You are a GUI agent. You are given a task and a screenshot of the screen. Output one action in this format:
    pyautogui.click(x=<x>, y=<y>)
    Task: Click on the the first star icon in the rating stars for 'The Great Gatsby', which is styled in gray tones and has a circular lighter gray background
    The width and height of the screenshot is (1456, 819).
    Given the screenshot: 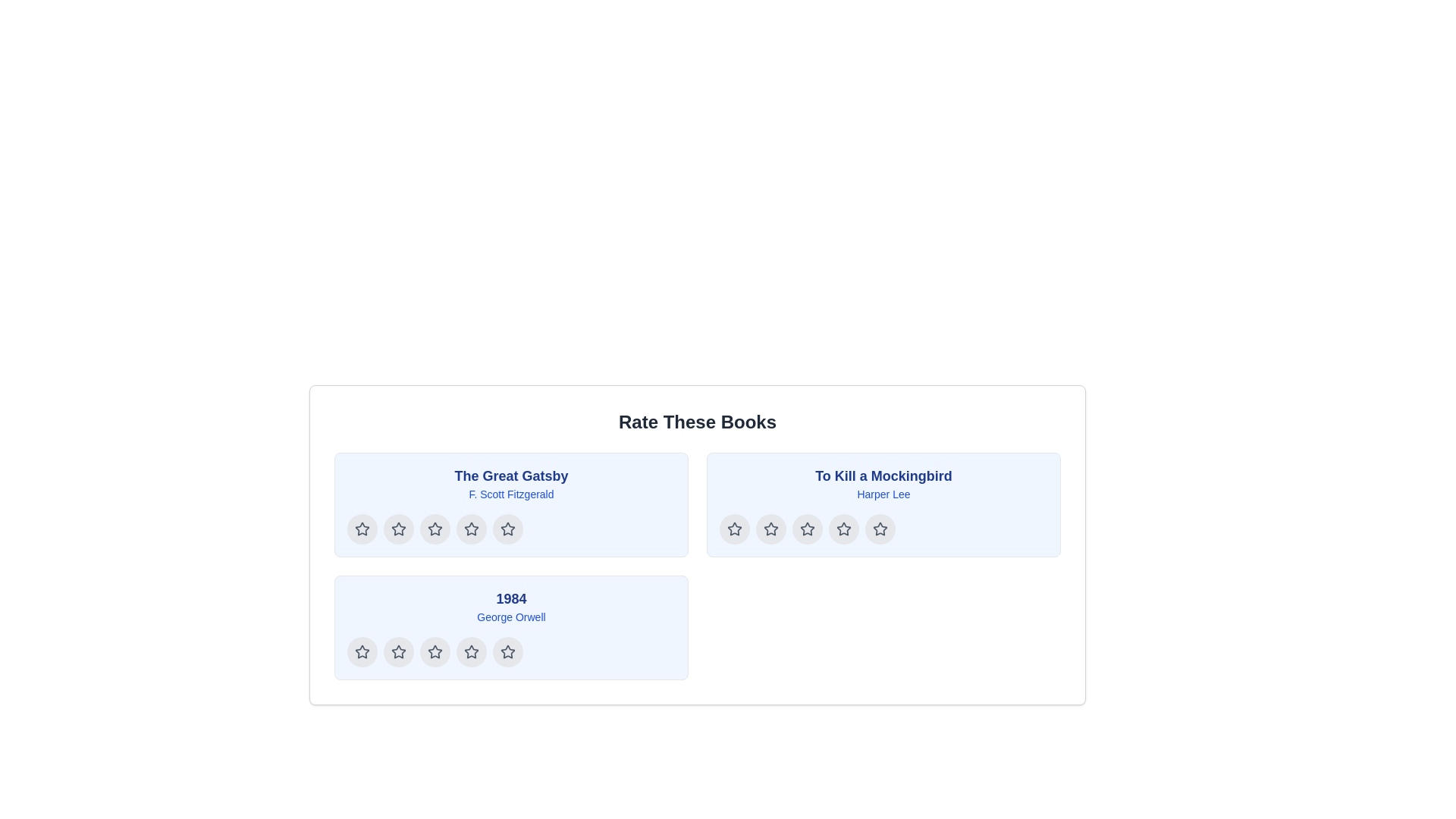 What is the action you would take?
    pyautogui.click(x=362, y=529)
    